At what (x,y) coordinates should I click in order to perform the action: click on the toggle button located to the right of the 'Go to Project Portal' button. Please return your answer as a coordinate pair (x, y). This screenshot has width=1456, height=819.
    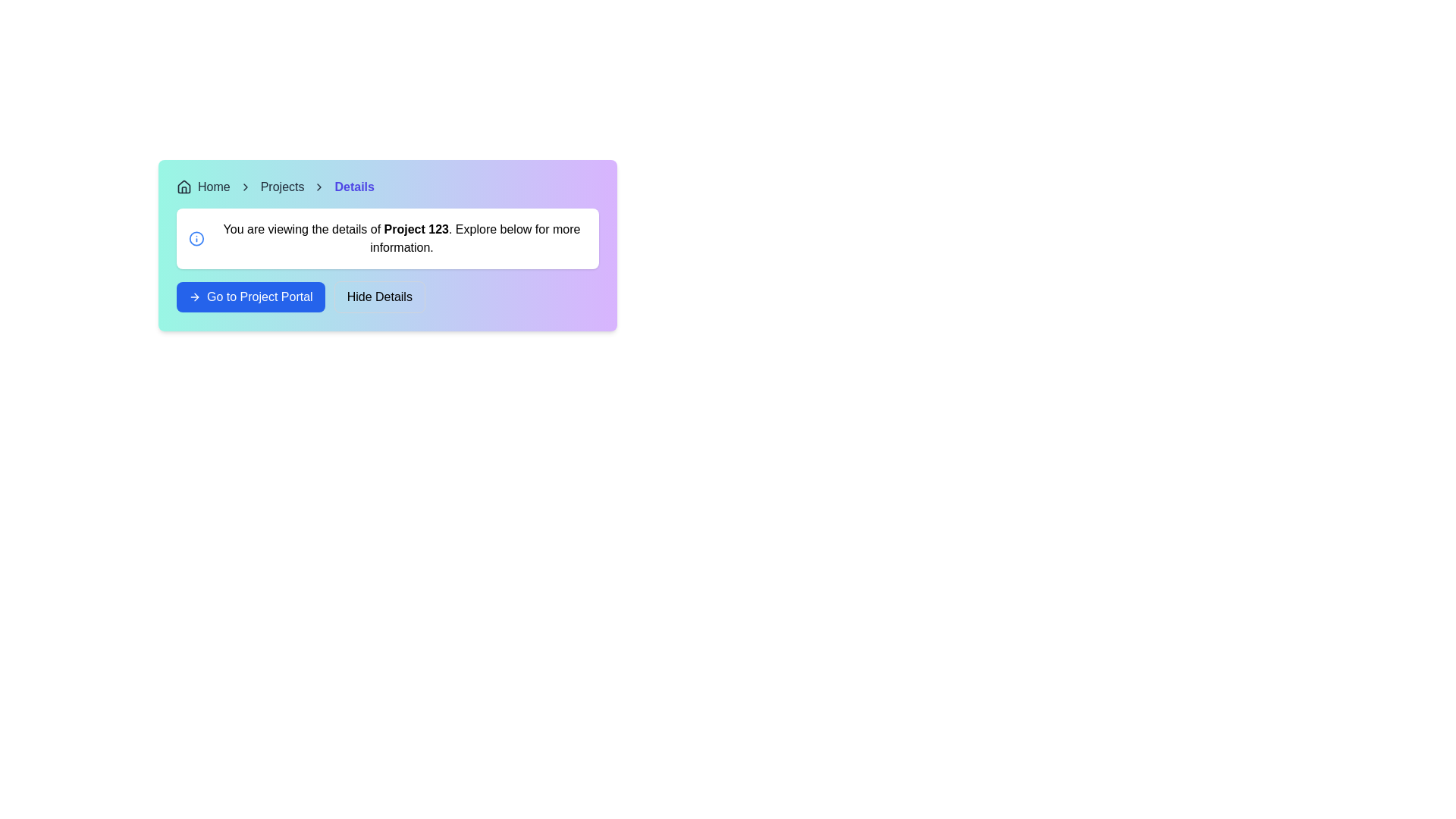
    Looking at the image, I should click on (379, 297).